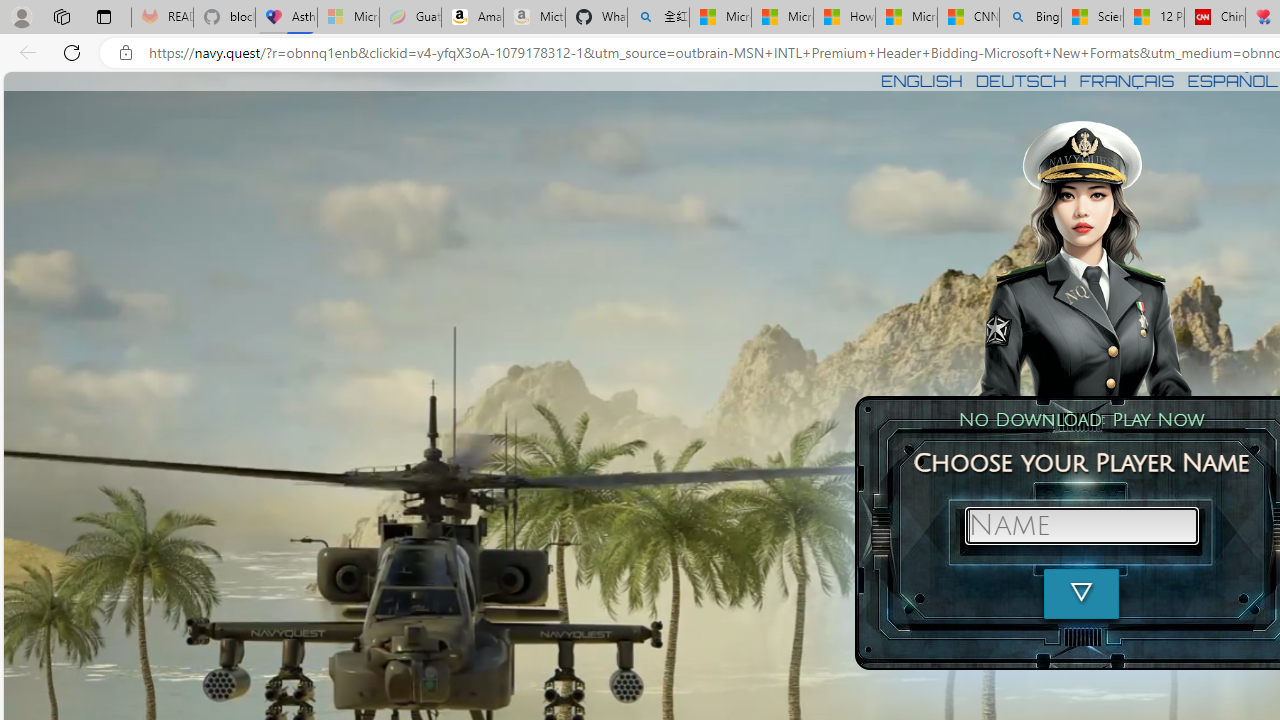 This screenshot has height=720, width=1280. I want to click on 'CNN - MSN', so click(968, 17).